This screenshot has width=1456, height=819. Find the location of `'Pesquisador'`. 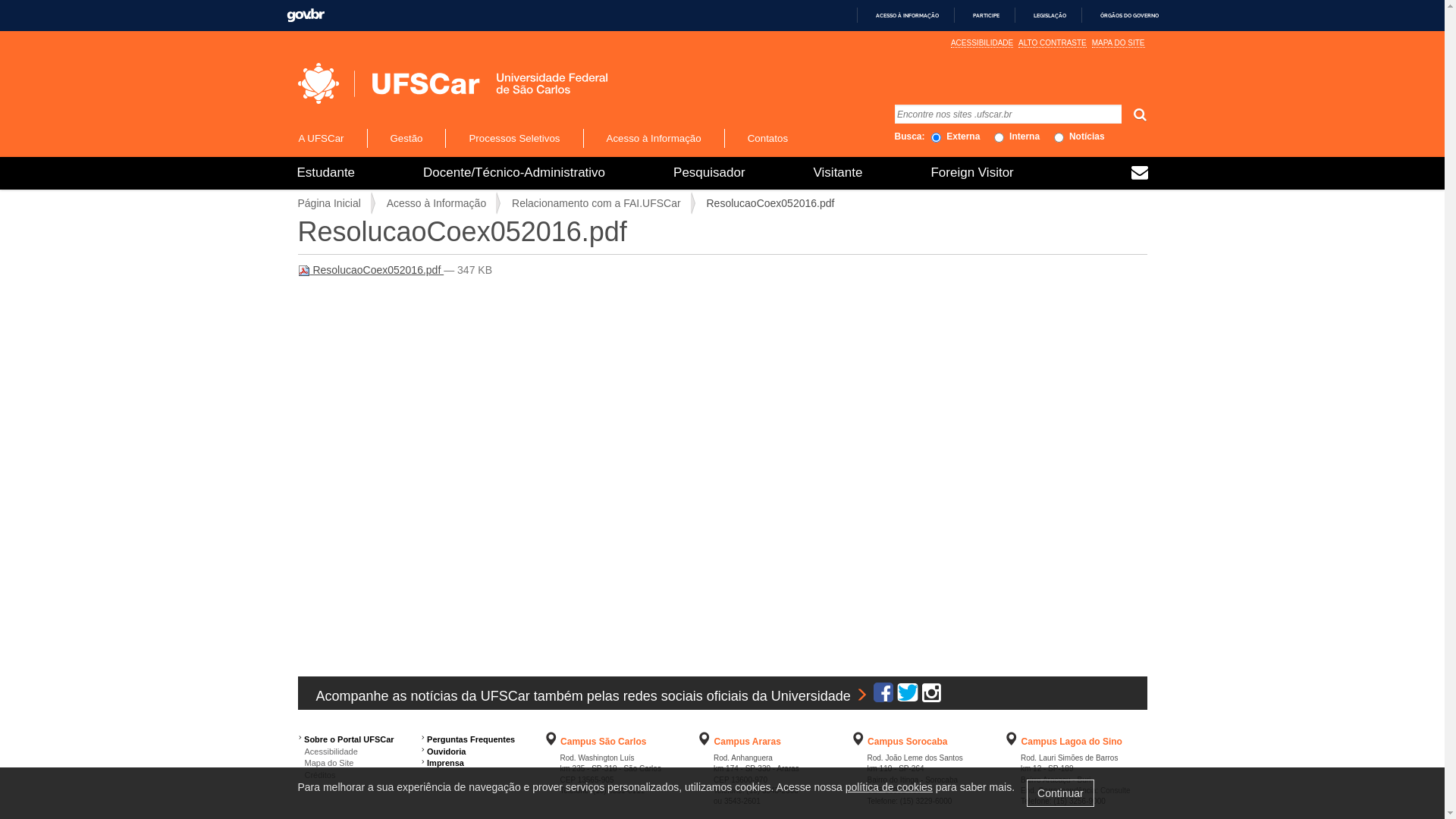

'Pesquisador' is located at coordinates (639, 171).